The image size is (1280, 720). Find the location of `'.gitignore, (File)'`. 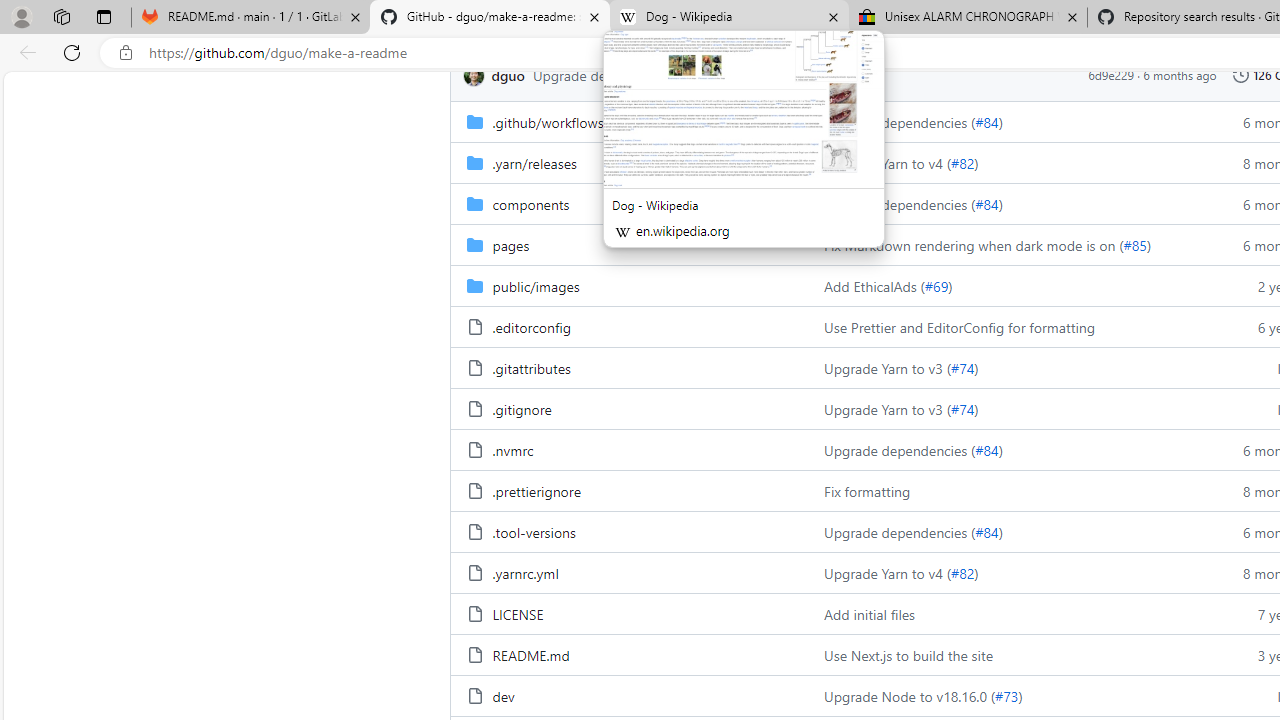

'.gitignore, (File)' is located at coordinates (521, 407).